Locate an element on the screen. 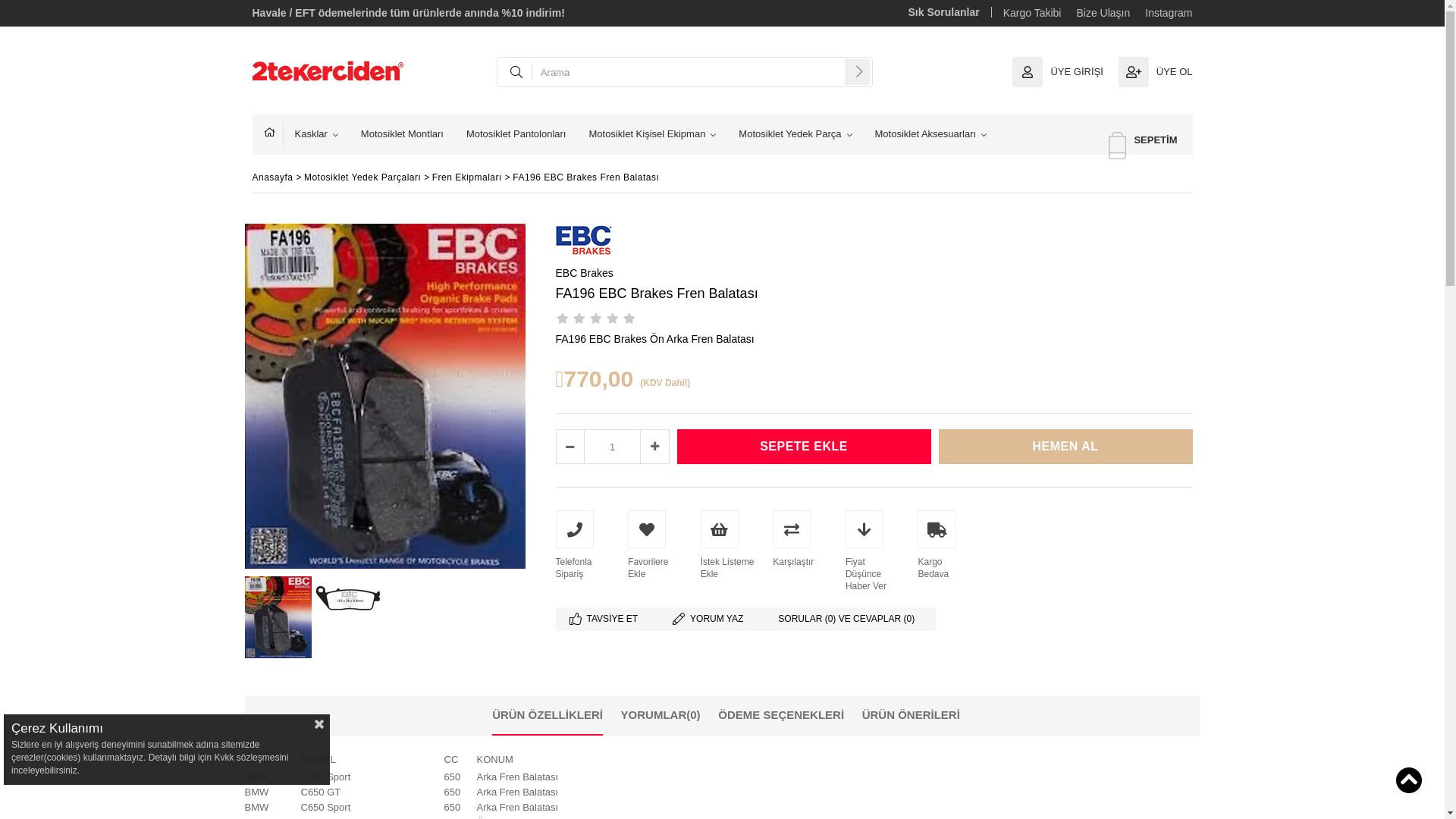 This screenshot has height=819, width=1456. 'SEPETIM' is located at coordinates (1143, 140).